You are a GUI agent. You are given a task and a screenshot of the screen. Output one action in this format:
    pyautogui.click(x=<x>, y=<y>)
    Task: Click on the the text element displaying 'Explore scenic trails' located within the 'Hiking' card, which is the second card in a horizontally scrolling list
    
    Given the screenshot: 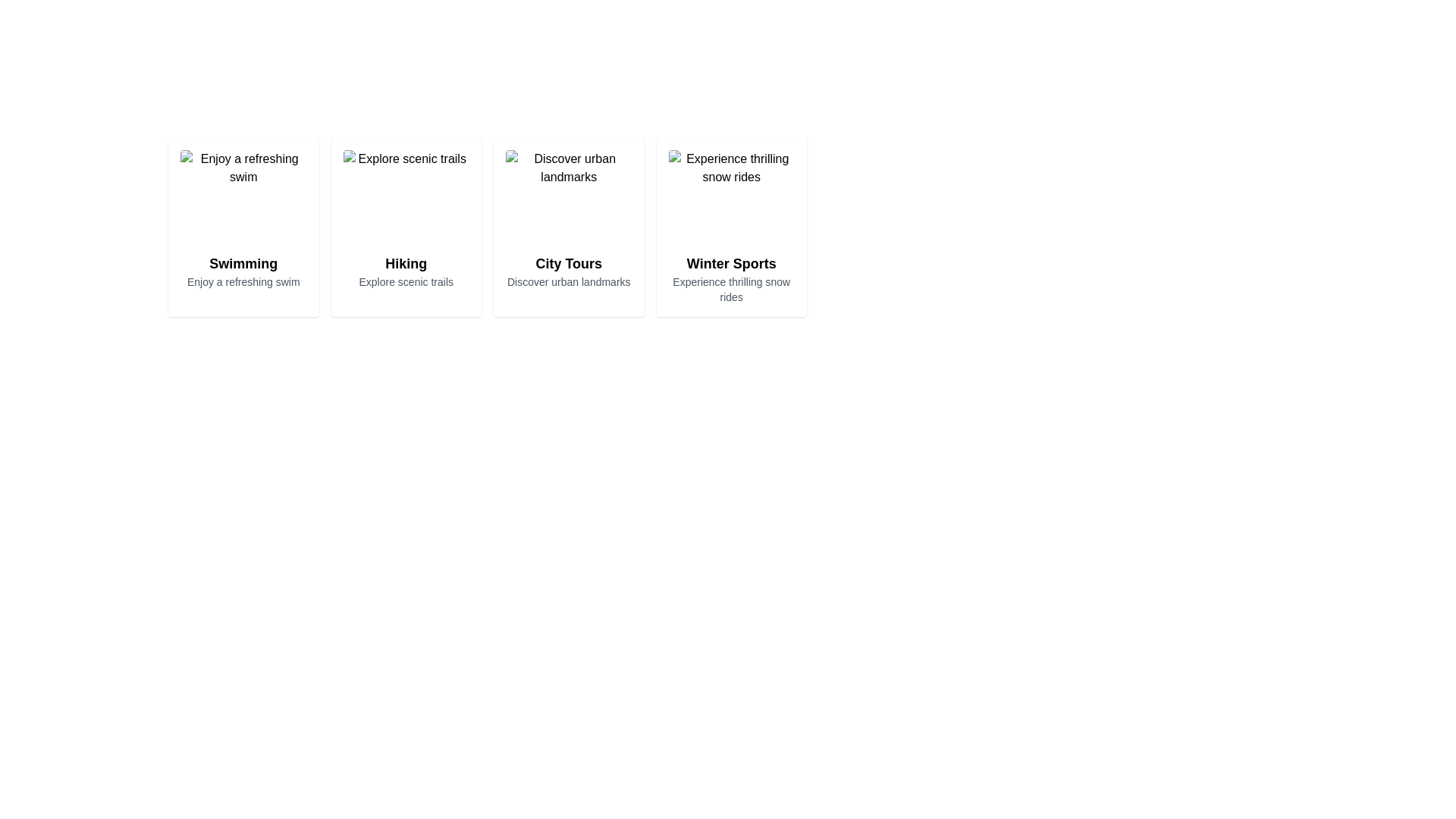 What is the action you would take?
    pyautogui.click(x=406, y=281)
    